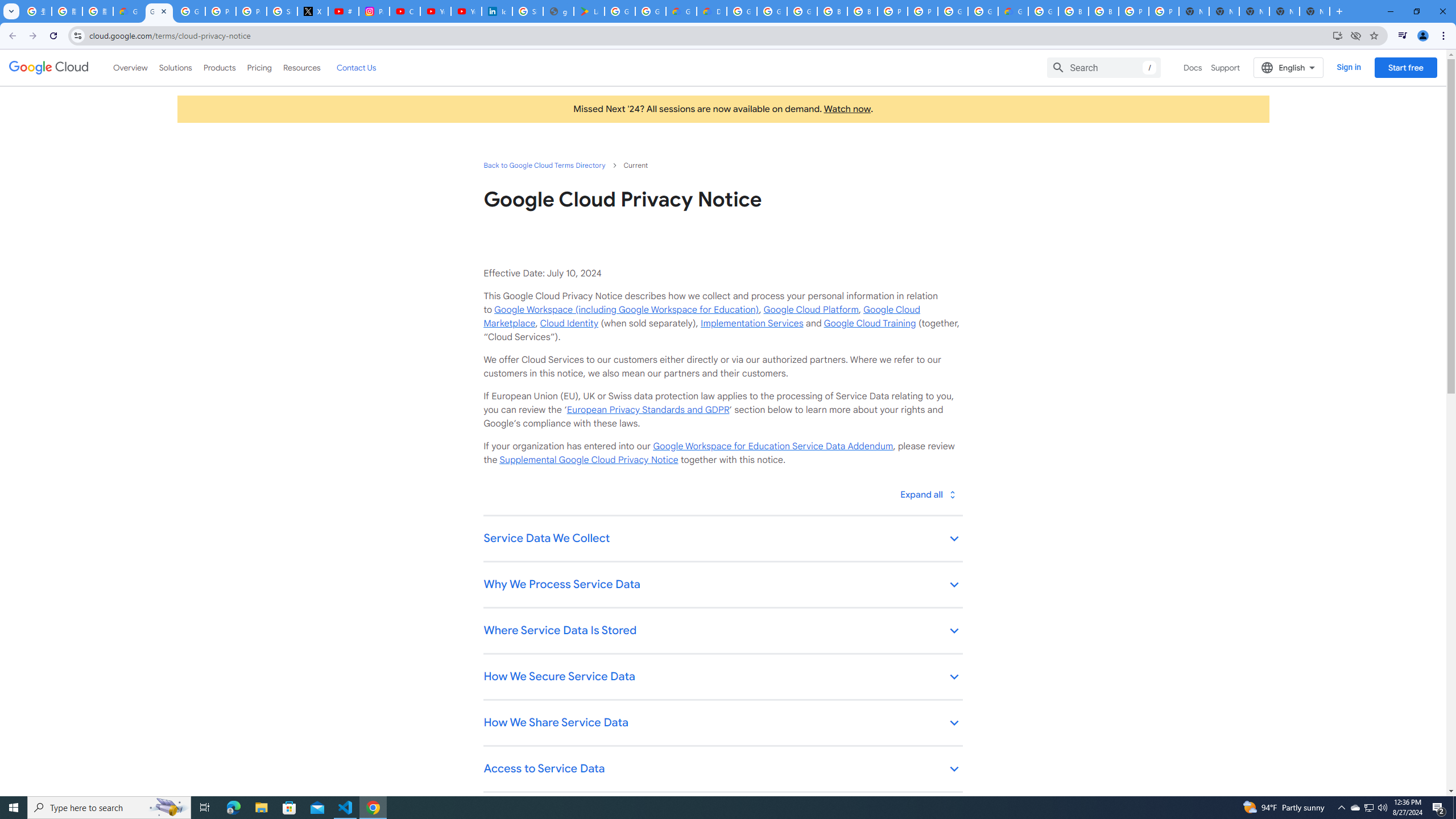 The width and height of the screenshot is (1456, 819). I want to click on 'Start free', so click(1405, 67).